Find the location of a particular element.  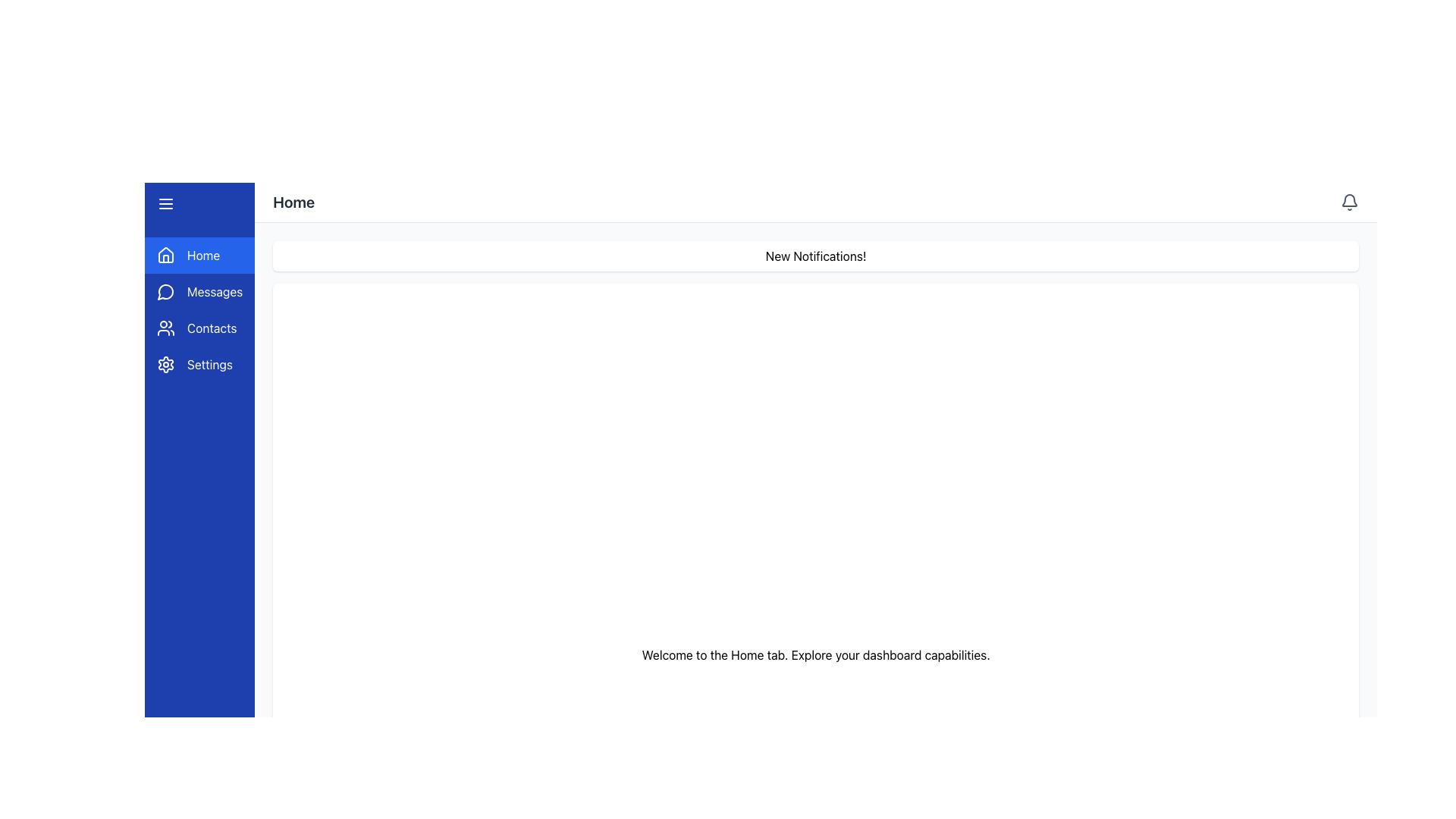

the hamburger menu icon located in the top section of the left vertical blue sidebar is located at coordinates (166, 203).